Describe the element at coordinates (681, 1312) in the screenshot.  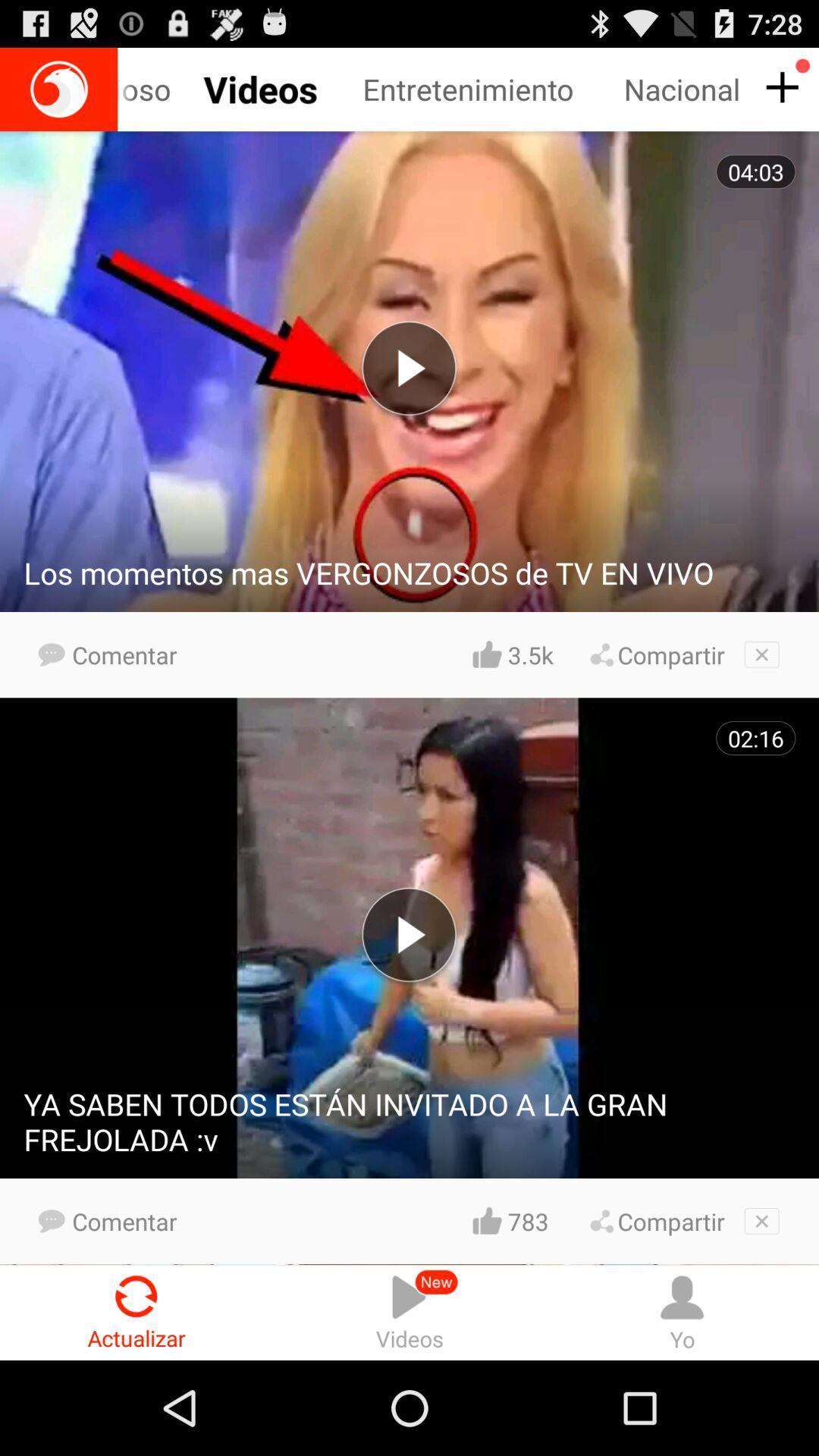
I see `the yo` at that location.